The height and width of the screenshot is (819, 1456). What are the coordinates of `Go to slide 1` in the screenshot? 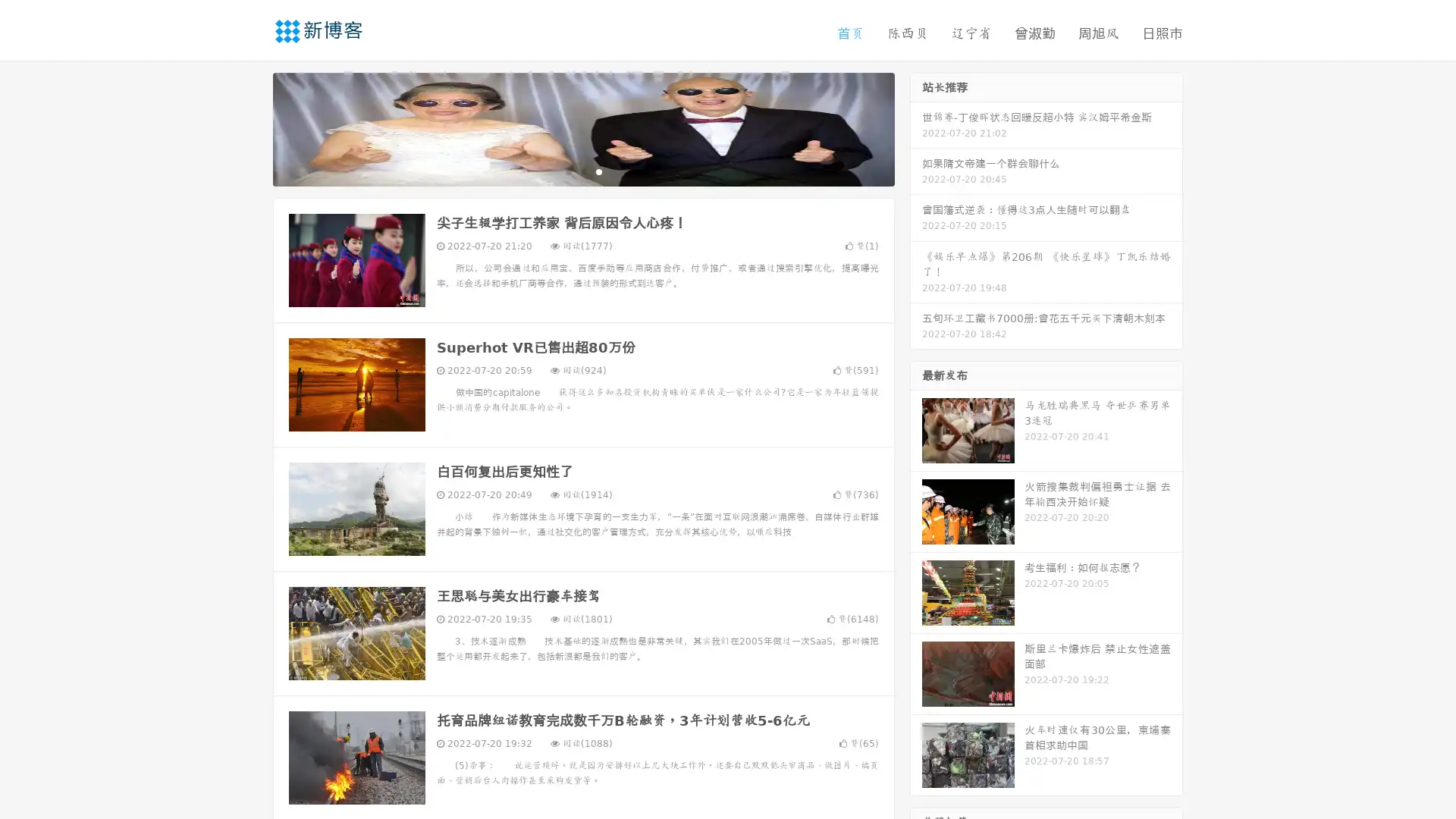 It's located at (567, 171).